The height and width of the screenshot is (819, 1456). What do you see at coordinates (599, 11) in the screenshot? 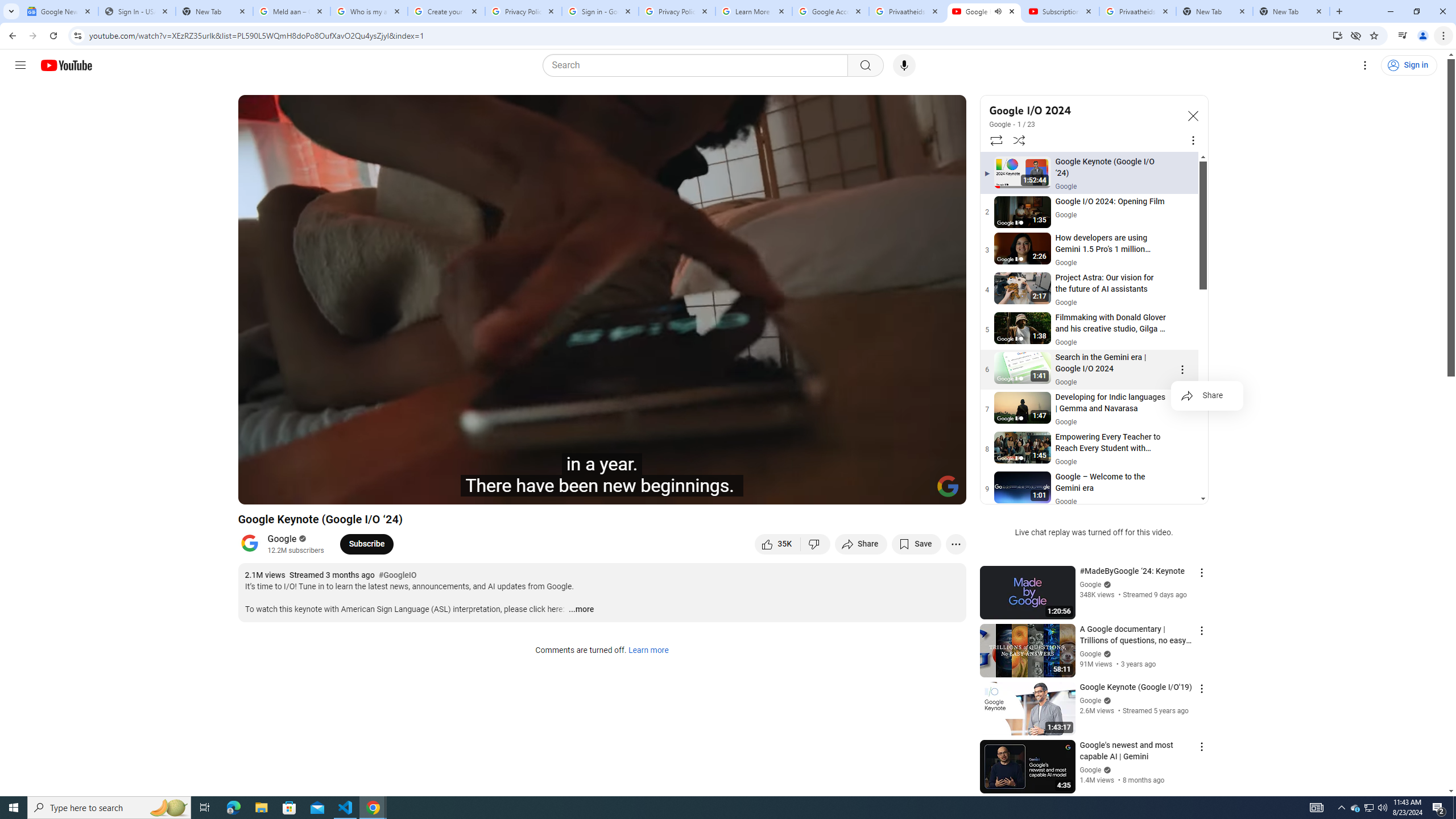
I see `'Sign in - Google Accounts'` at bounding box center [599, 11].